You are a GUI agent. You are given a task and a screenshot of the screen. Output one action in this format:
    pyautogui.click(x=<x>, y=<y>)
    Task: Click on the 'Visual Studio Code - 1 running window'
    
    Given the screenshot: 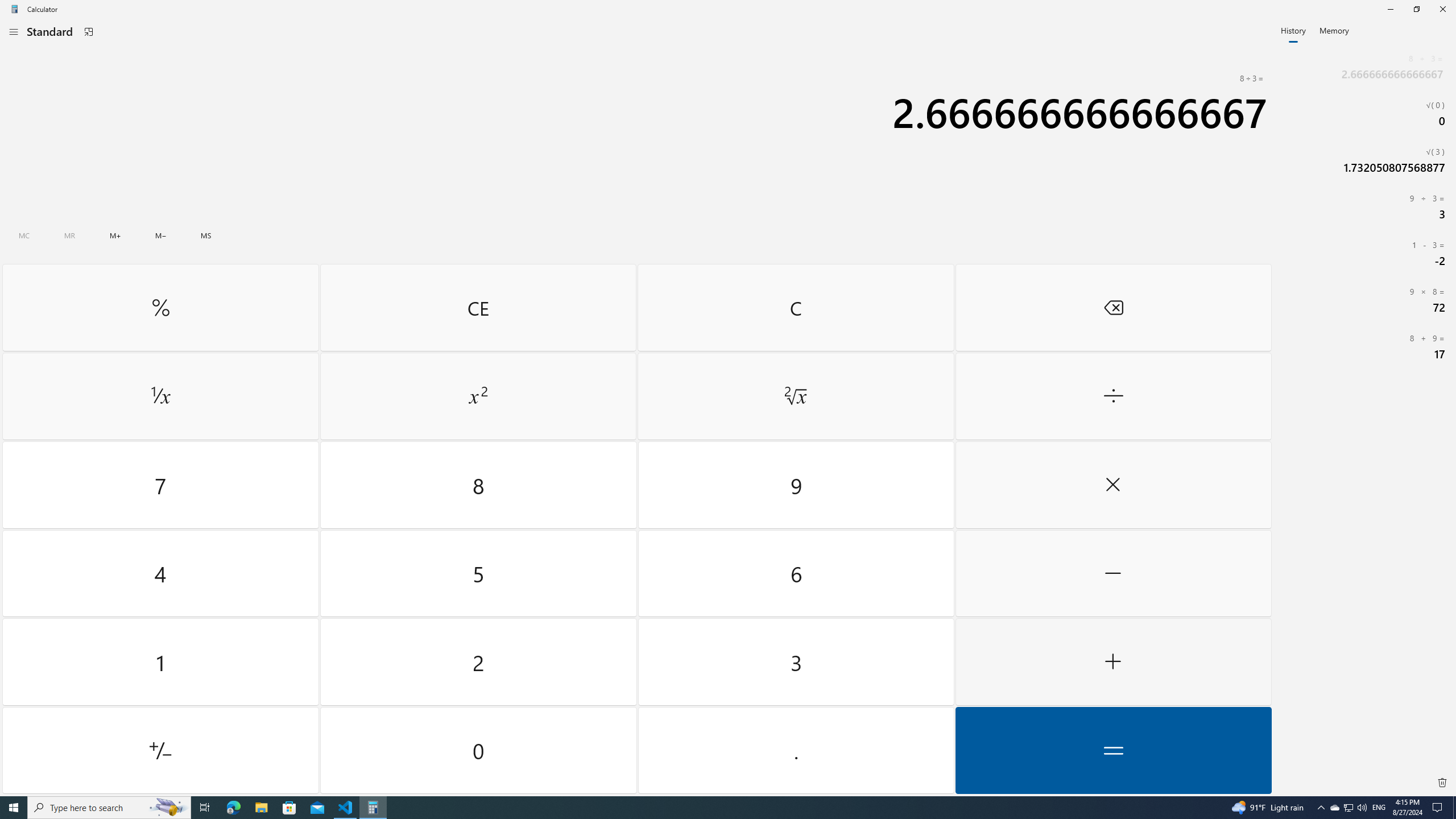 What is the action you would take?
    pyautogui.click(x=345, y=806)
    